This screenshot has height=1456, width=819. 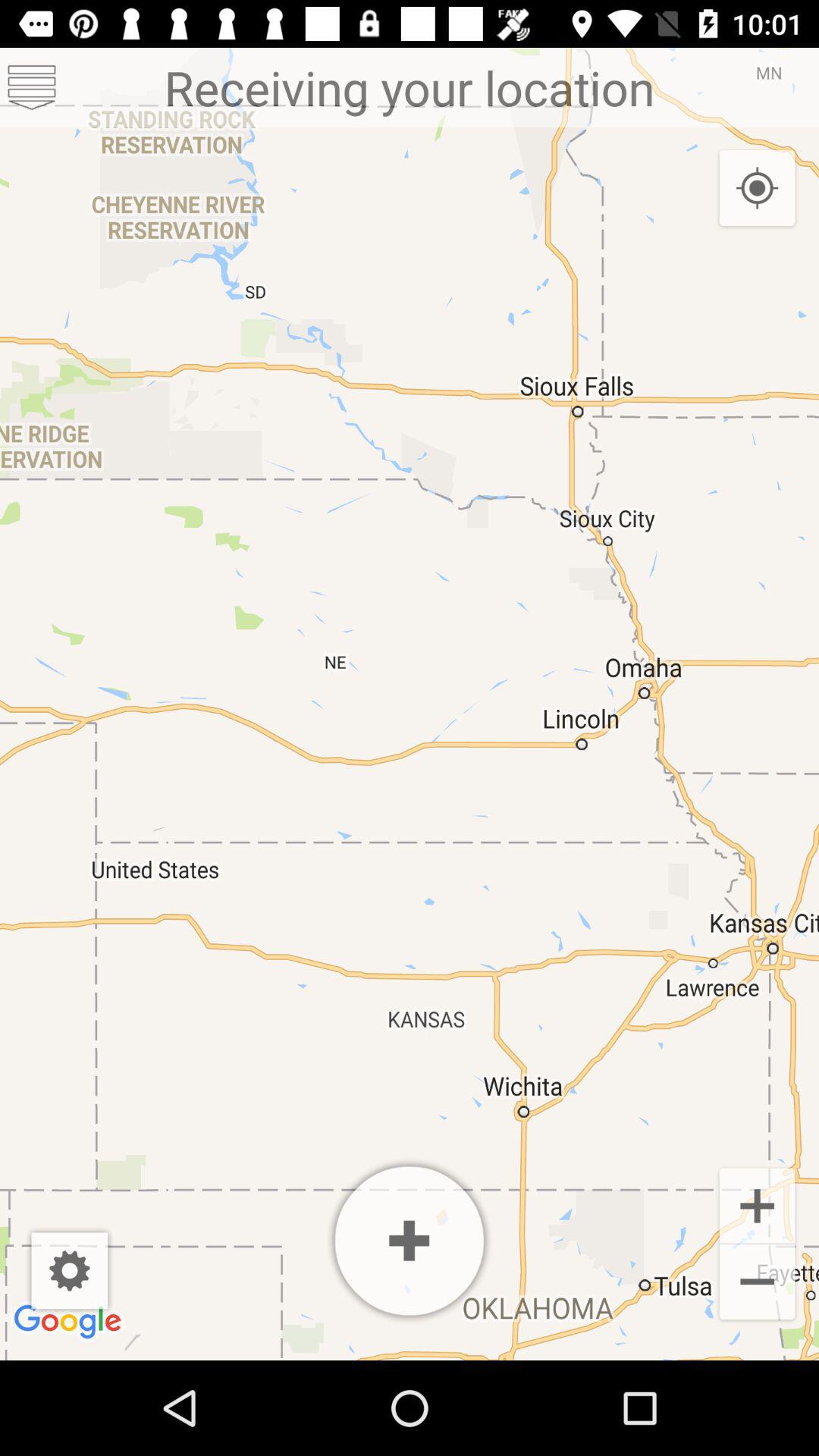 What do you see at coordinates (32, 86) in the screenshot?
I see `settings option` at bounding box center [32, 86].